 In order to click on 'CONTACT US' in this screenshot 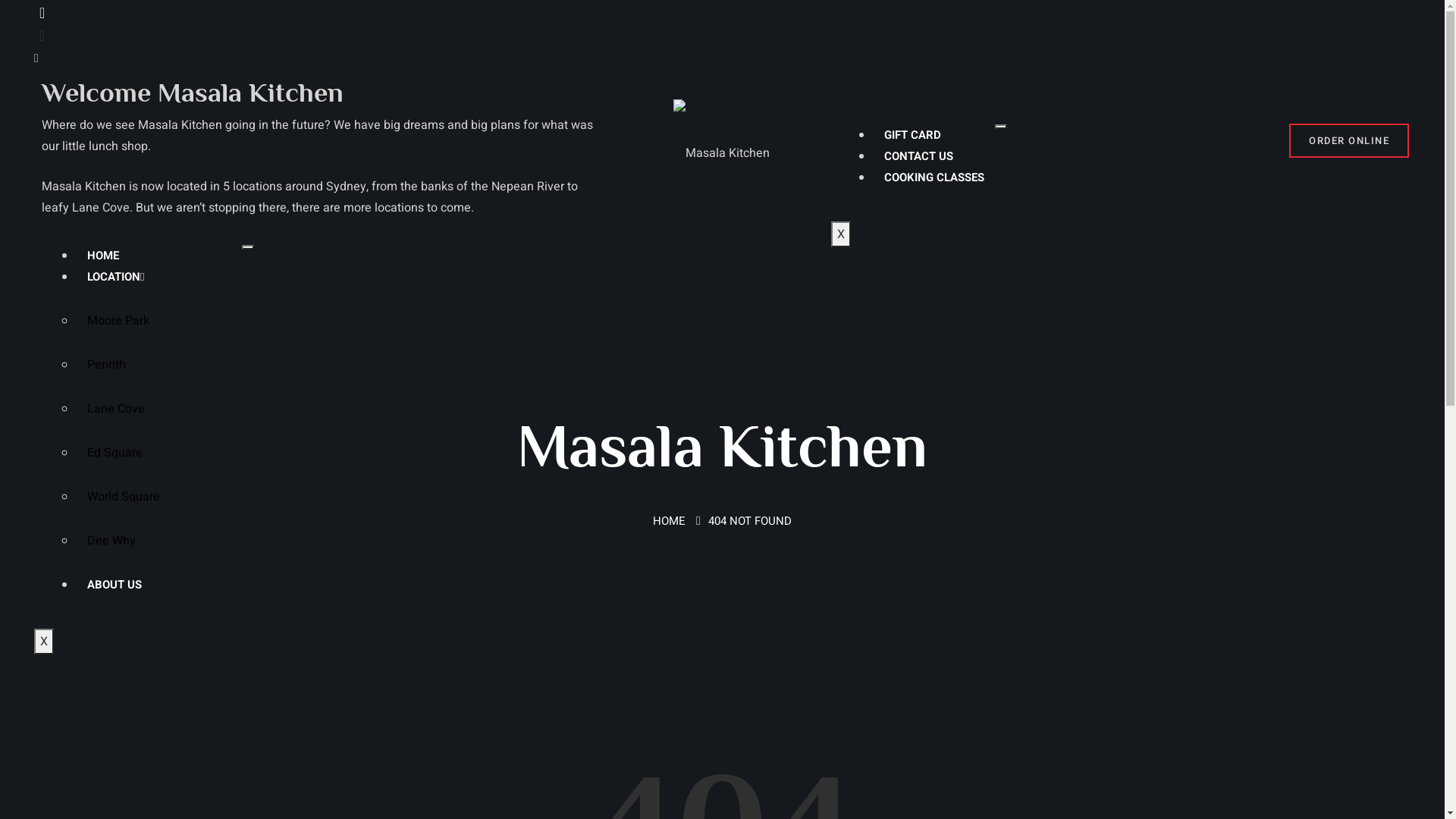, I will do `click(918, 155)`.